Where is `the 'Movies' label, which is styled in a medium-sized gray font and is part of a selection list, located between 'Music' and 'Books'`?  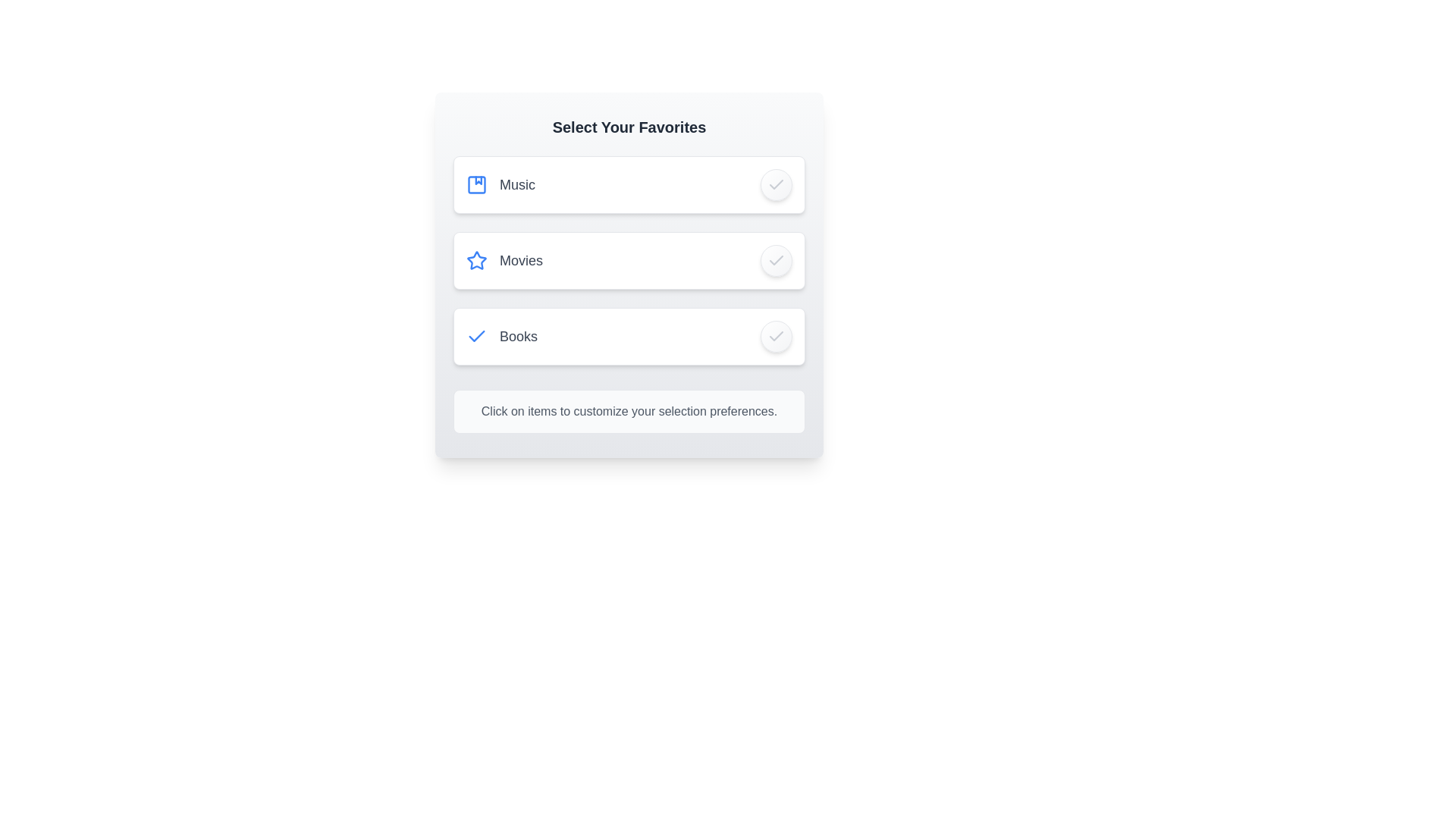
the 'Movies' label, which is styled in a medium-sized gray font and is part of a selection list, located between 'Music' and 'Books' is located at coordinates (521, 259).